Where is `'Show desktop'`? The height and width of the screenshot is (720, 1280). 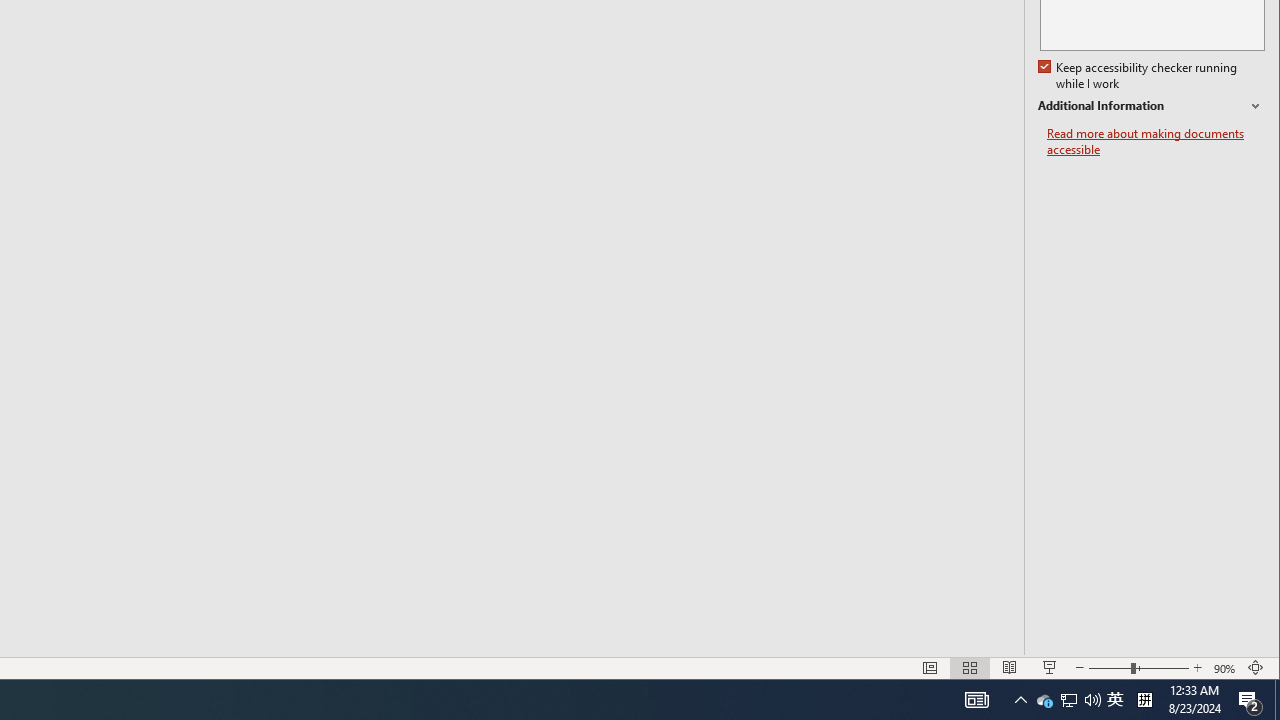 'Show desktop' is located at coordinates (1276, 698).